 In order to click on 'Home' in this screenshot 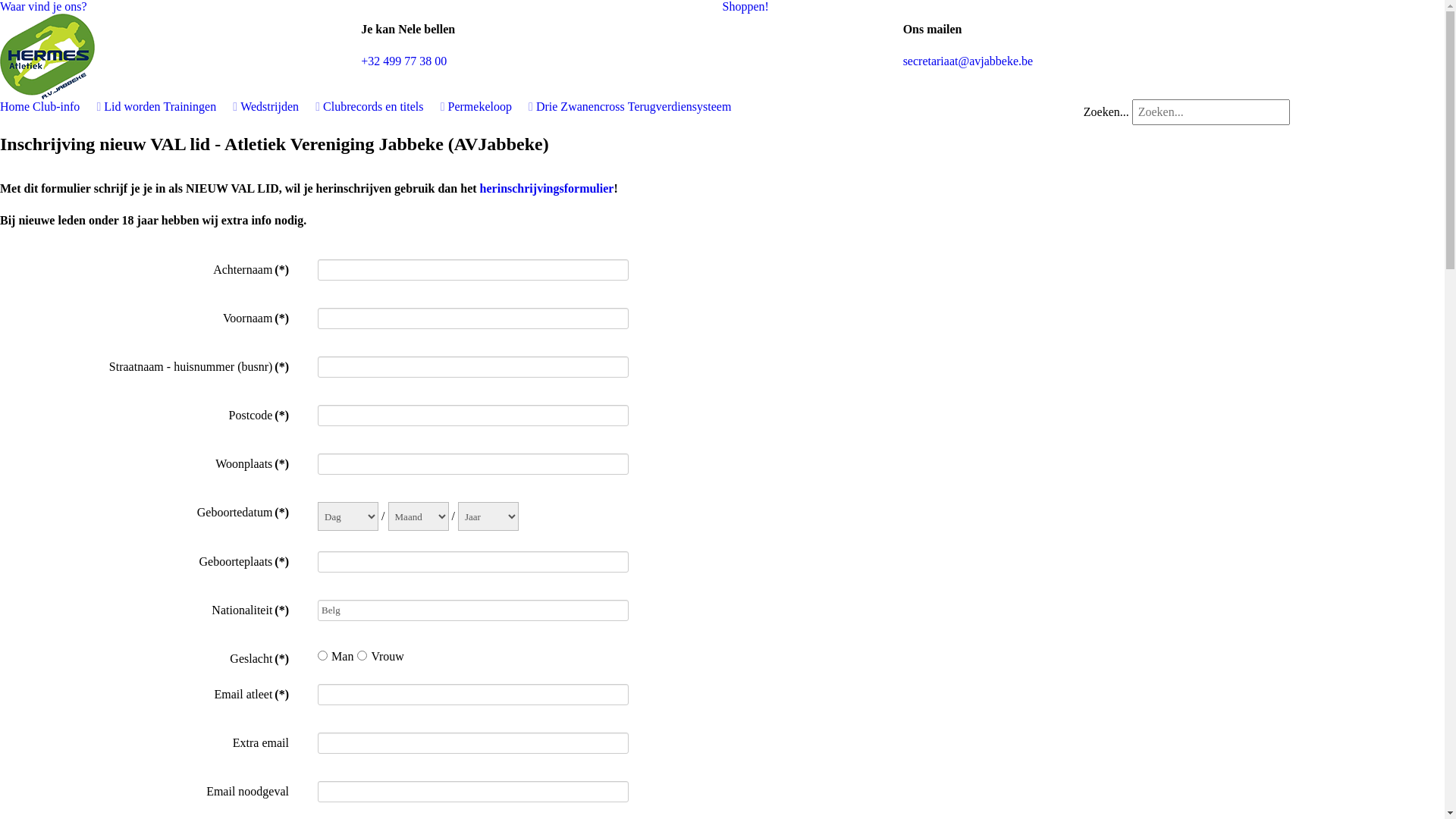, I will do `click(0, 105)`.